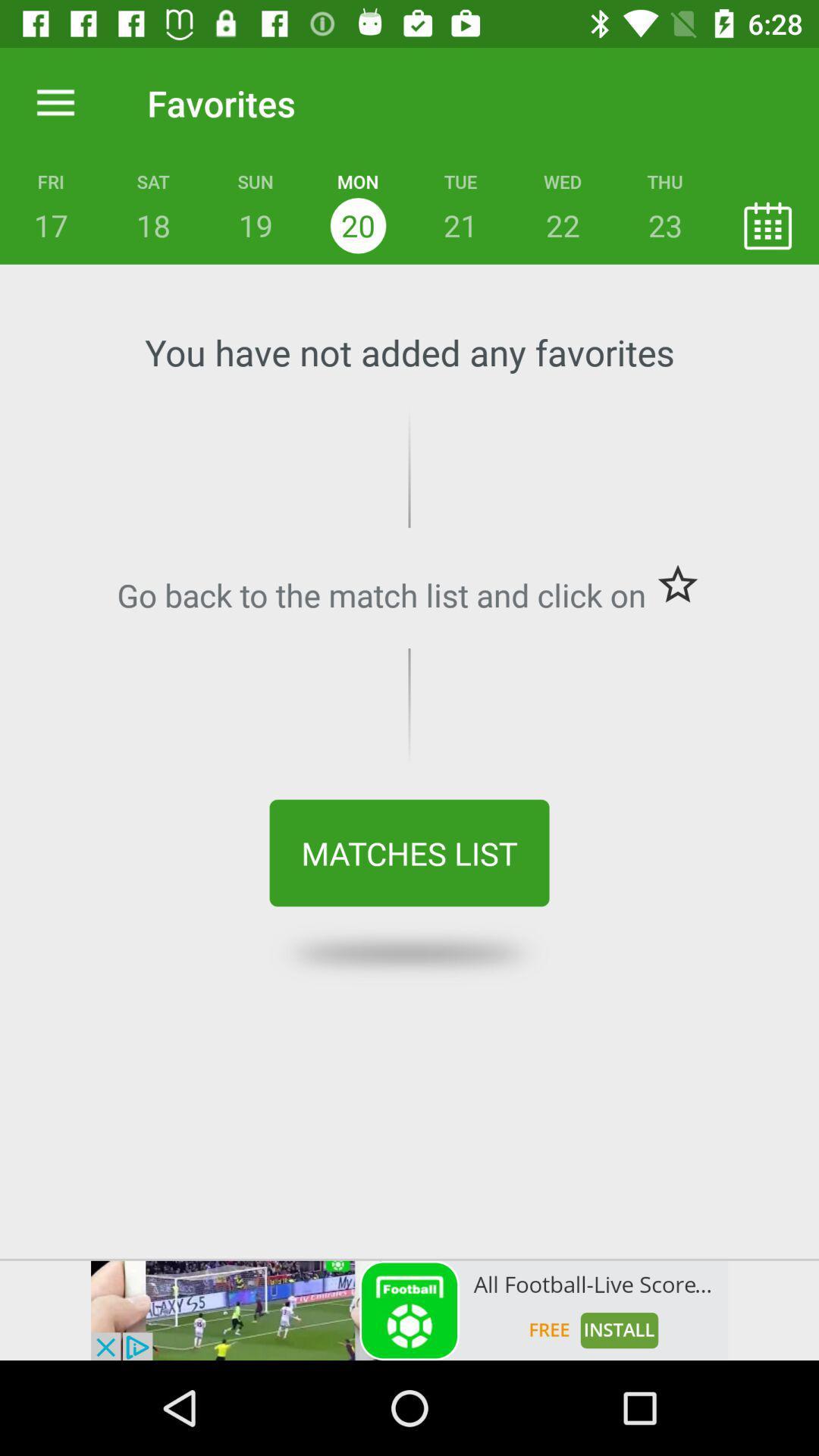 Image resolution: width=819 pixels, height=1456 pixels. I want to click on the advertised app 's page, so click(409, 1310).